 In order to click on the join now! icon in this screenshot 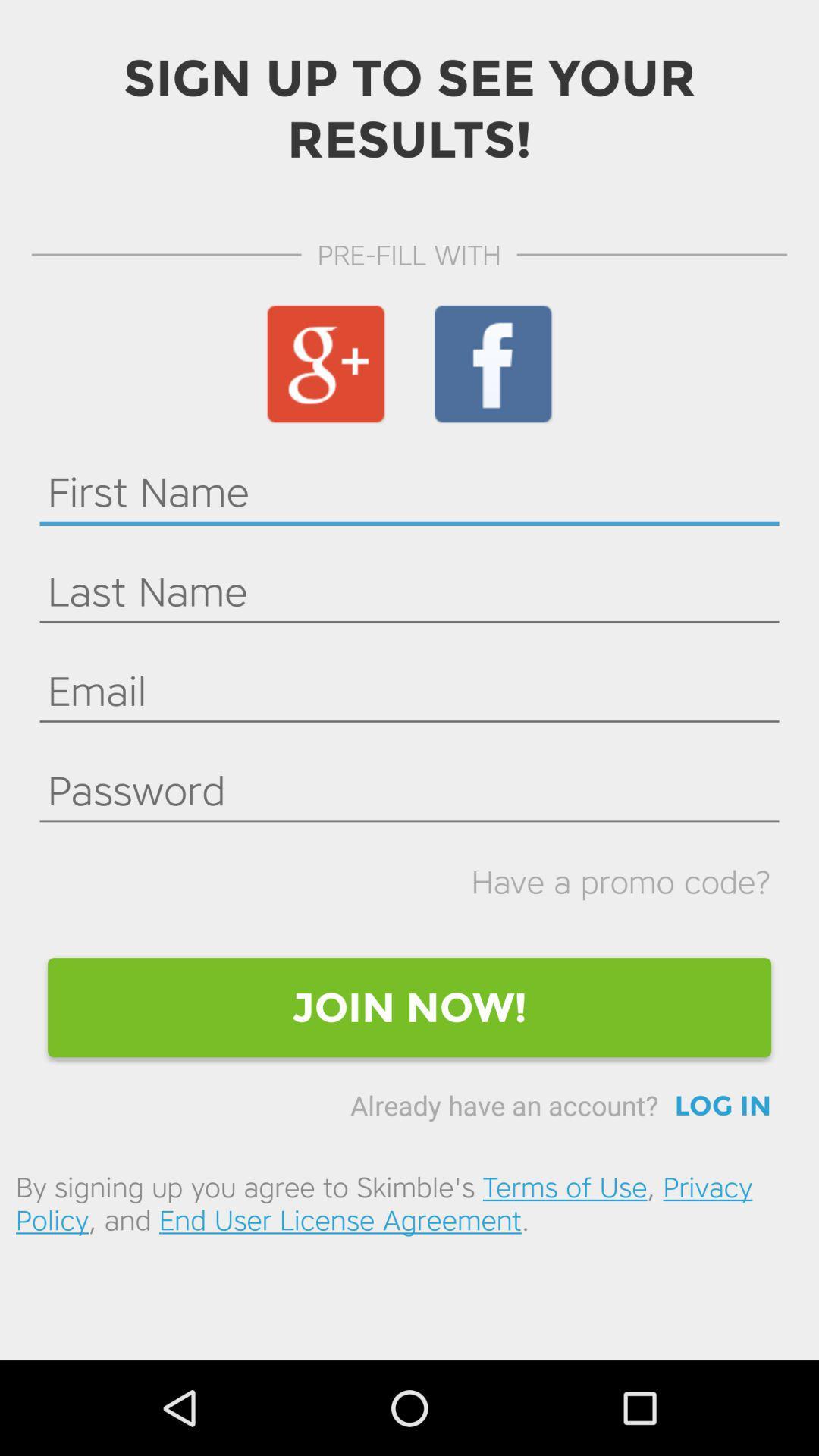, I will do `click(409, 1007)`.